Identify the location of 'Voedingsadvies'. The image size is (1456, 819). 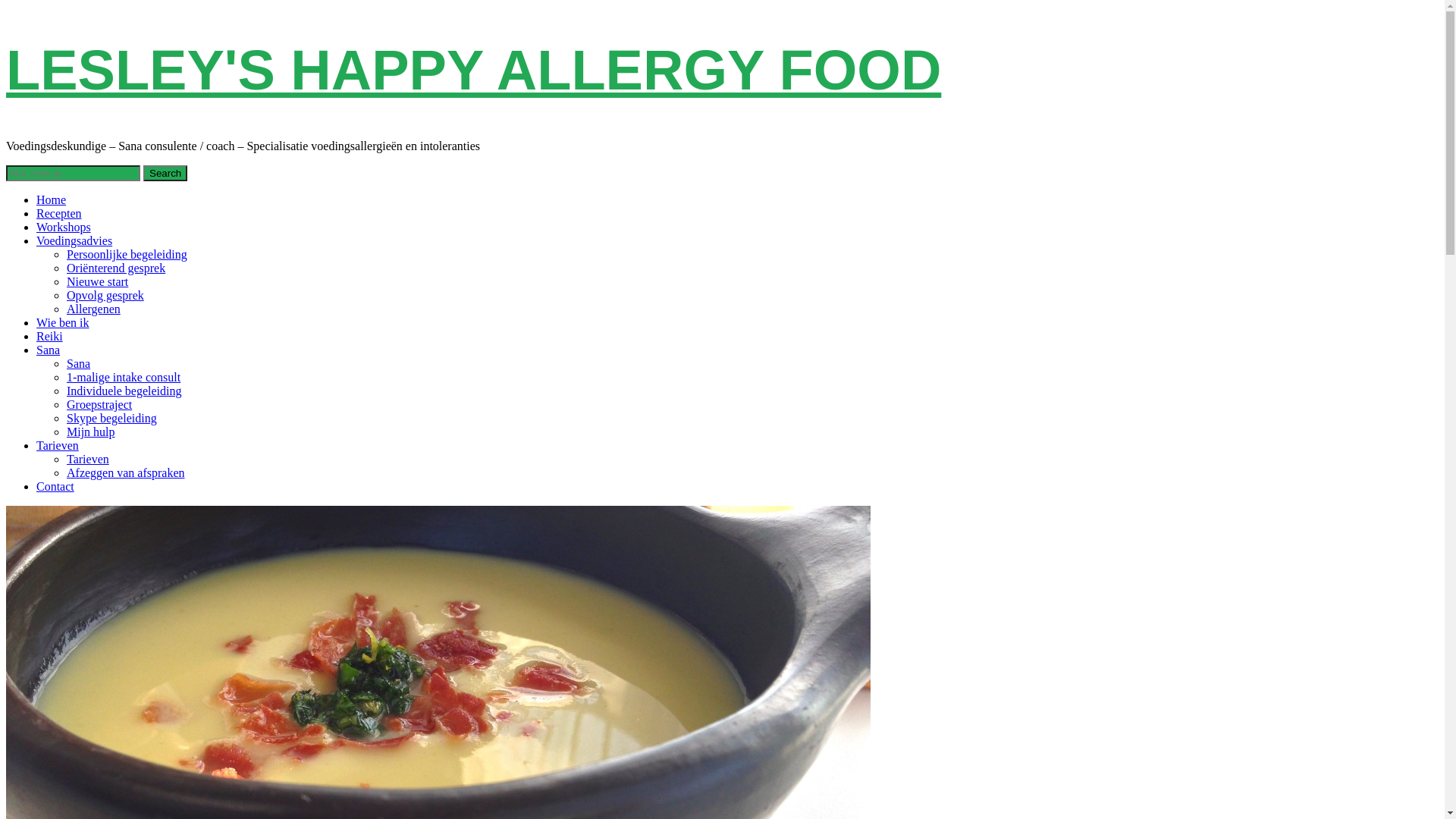
(73, 240).